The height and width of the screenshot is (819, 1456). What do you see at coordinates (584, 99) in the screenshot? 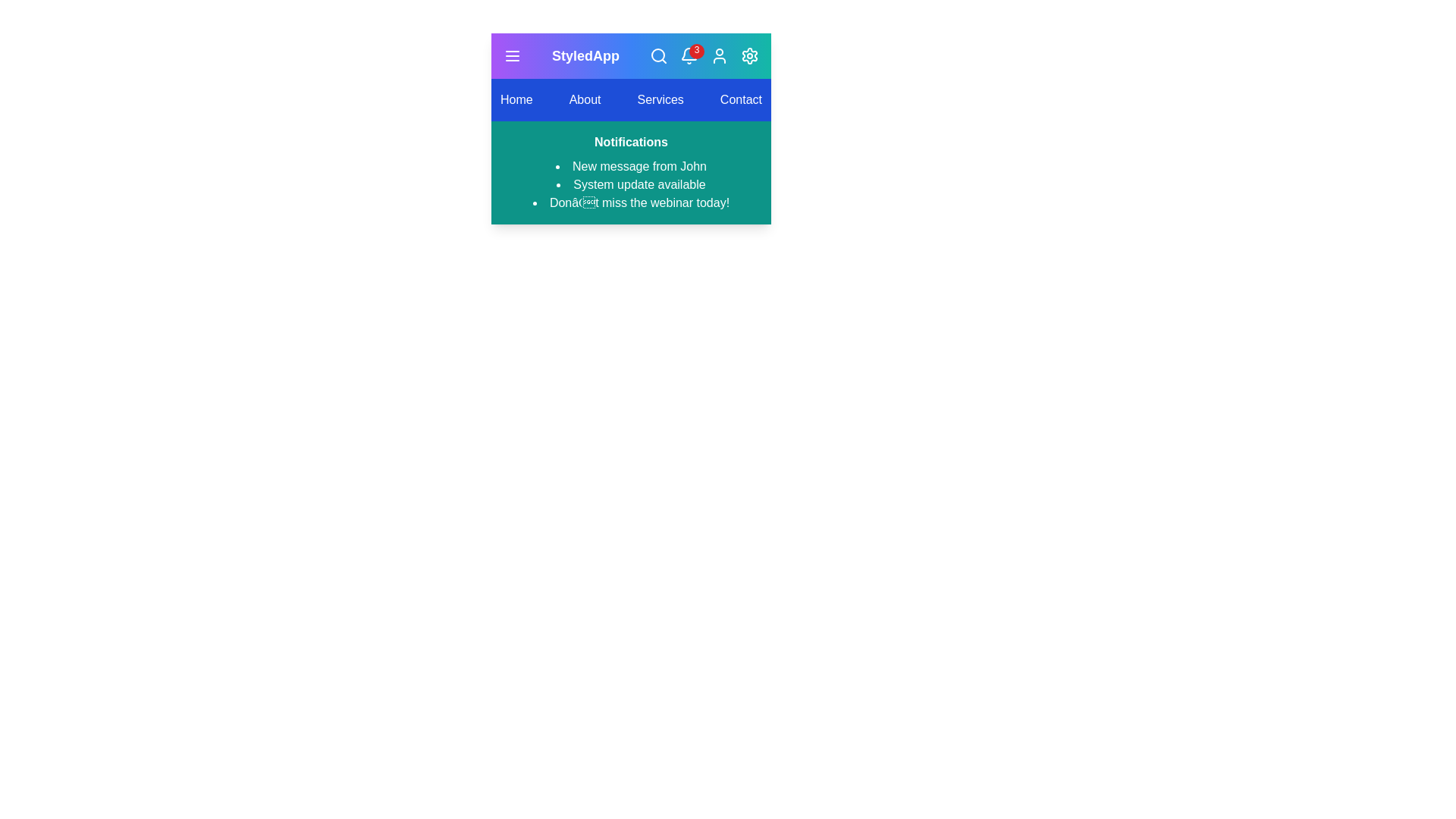
I see `the second button in the menu bar, which navigates to the 'About' section of the application` at bounding box center [584, 99].